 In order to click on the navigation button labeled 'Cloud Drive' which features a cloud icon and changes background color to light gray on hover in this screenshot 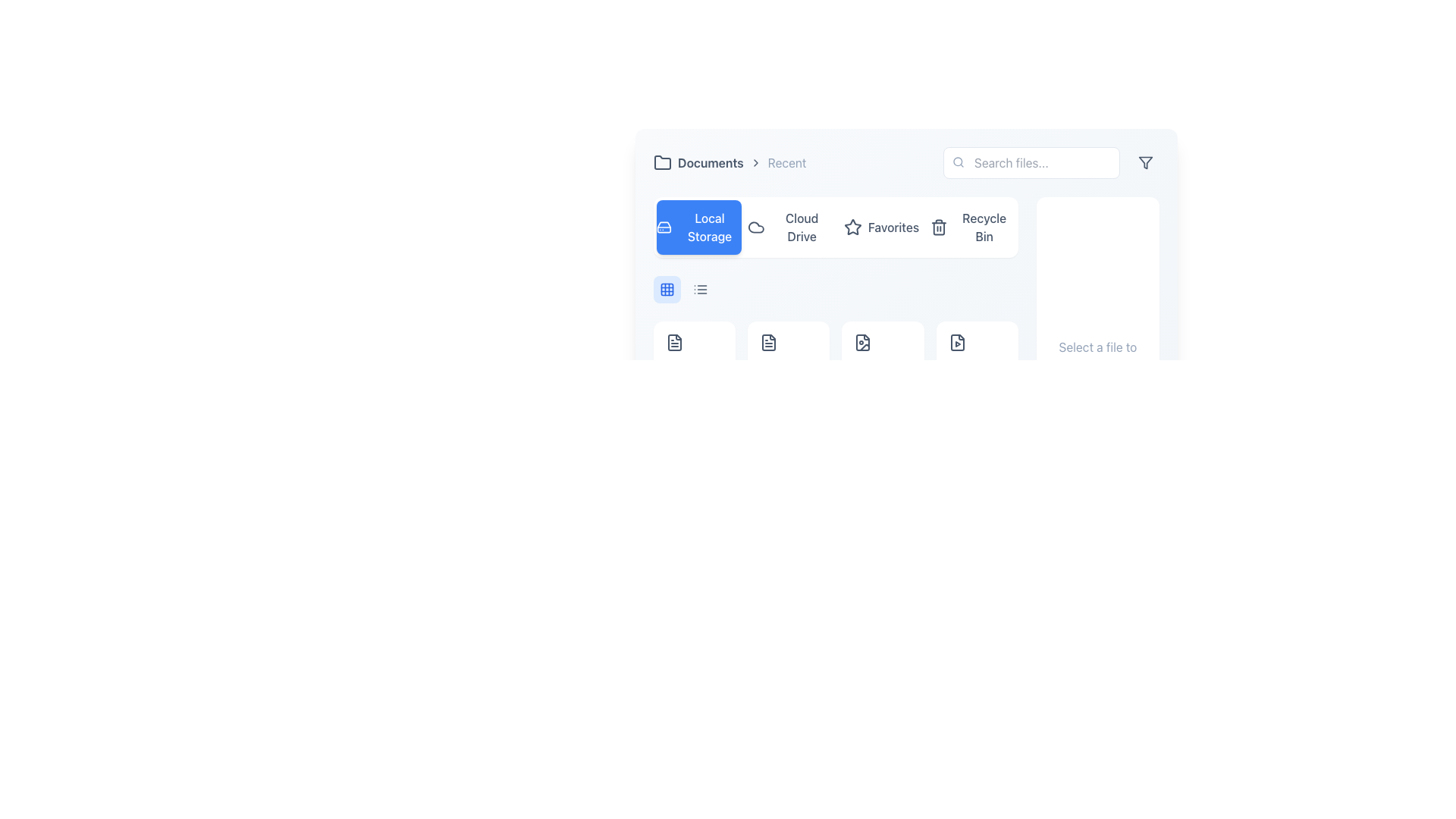, I will do `click(789, 227)`.